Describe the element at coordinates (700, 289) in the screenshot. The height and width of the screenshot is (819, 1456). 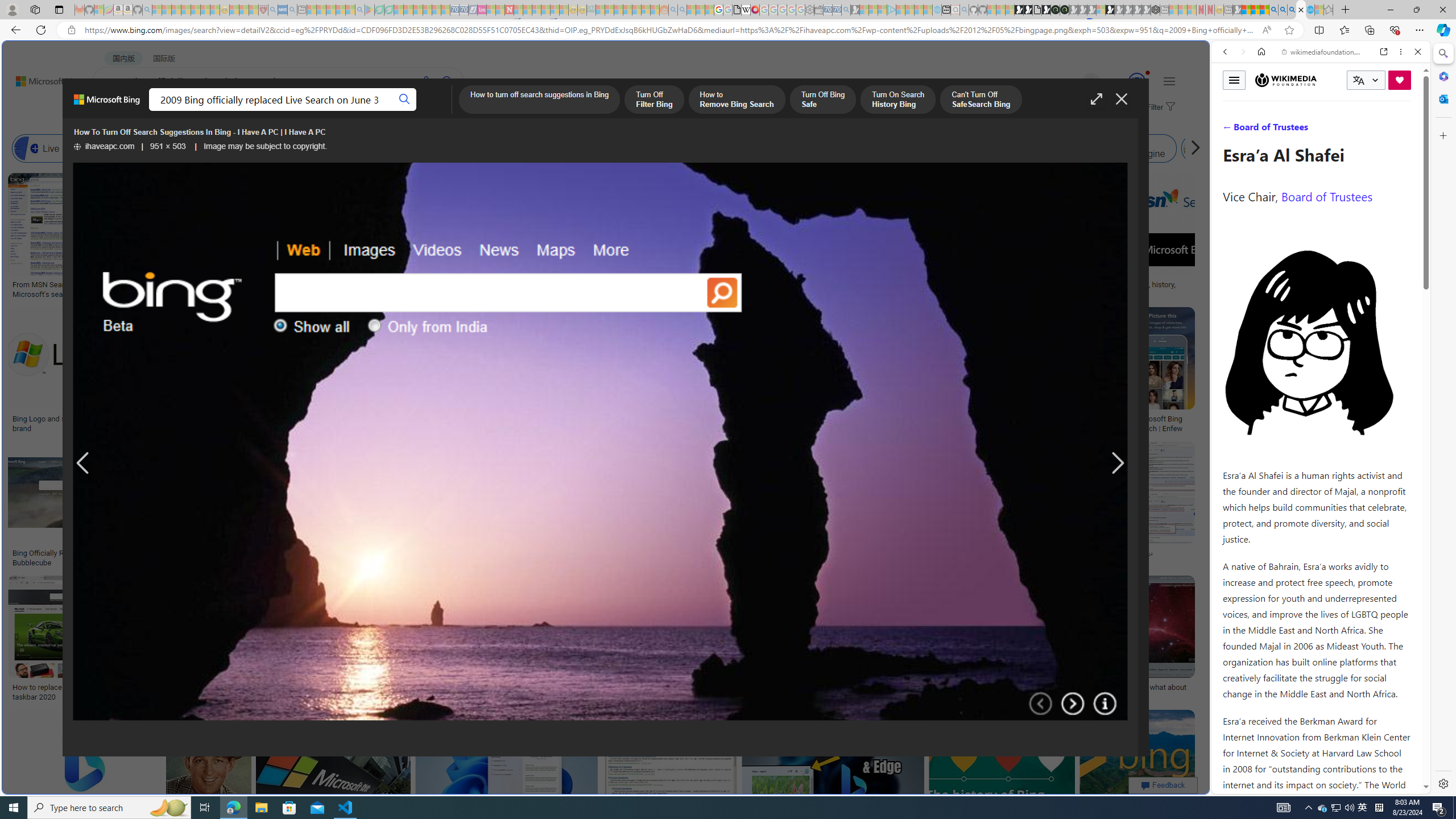
I see `'Bing: rebranding search: idsgn (a design blog)'` at that location.